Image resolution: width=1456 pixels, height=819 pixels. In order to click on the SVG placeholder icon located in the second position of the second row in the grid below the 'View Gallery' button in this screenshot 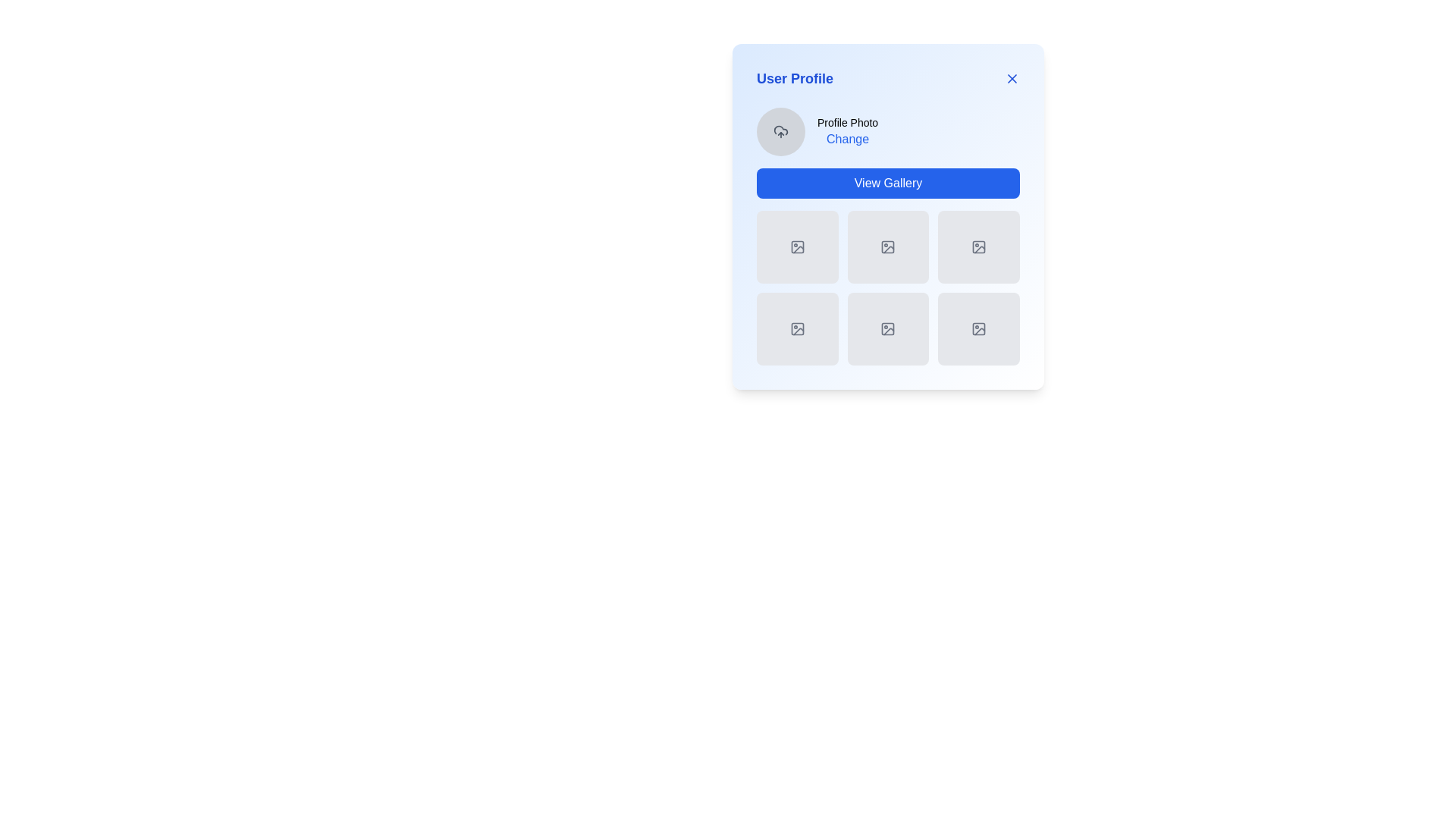, I will do `click(796, 328)`.